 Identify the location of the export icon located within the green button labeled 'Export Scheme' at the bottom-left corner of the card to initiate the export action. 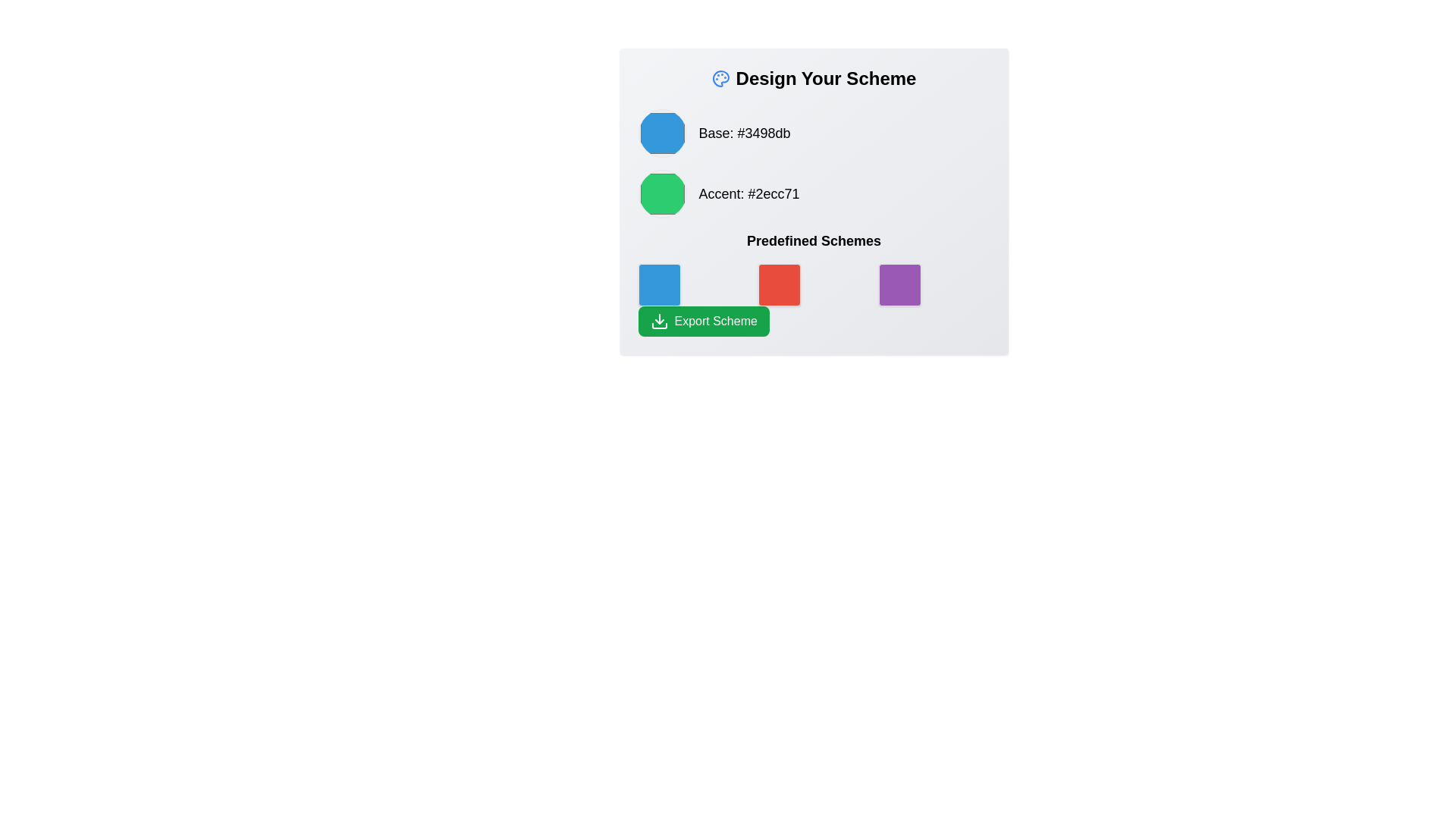
(659, 321).